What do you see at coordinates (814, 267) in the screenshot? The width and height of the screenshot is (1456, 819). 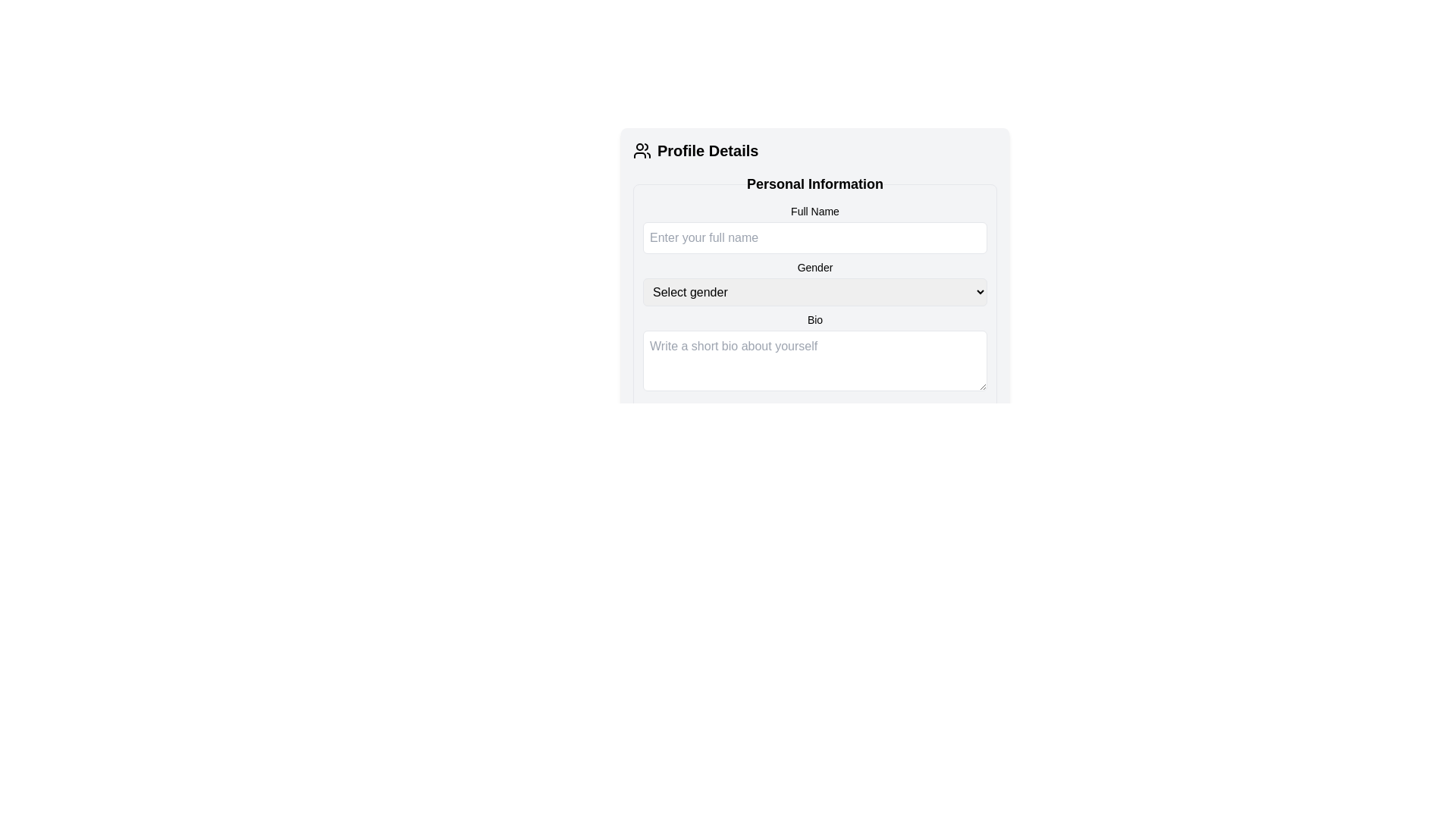 I see `the 'Gender' text label, which is styled in bold black font and positioned above the 'Select gender' dropdown in the 'Profile Details' form` at bounding box center [814, 267].